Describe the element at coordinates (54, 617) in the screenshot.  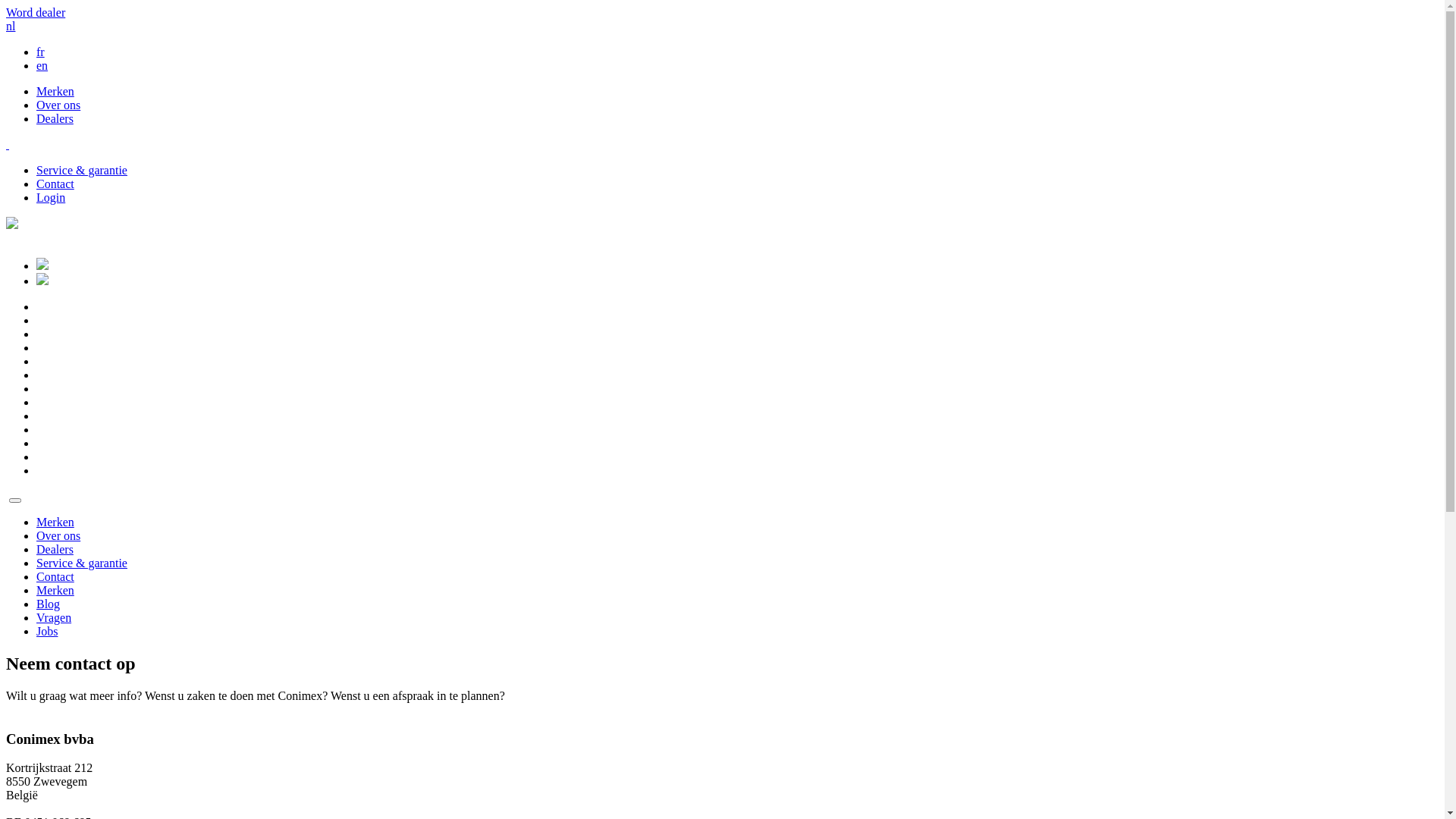
I see `'Vragen'` at that location.